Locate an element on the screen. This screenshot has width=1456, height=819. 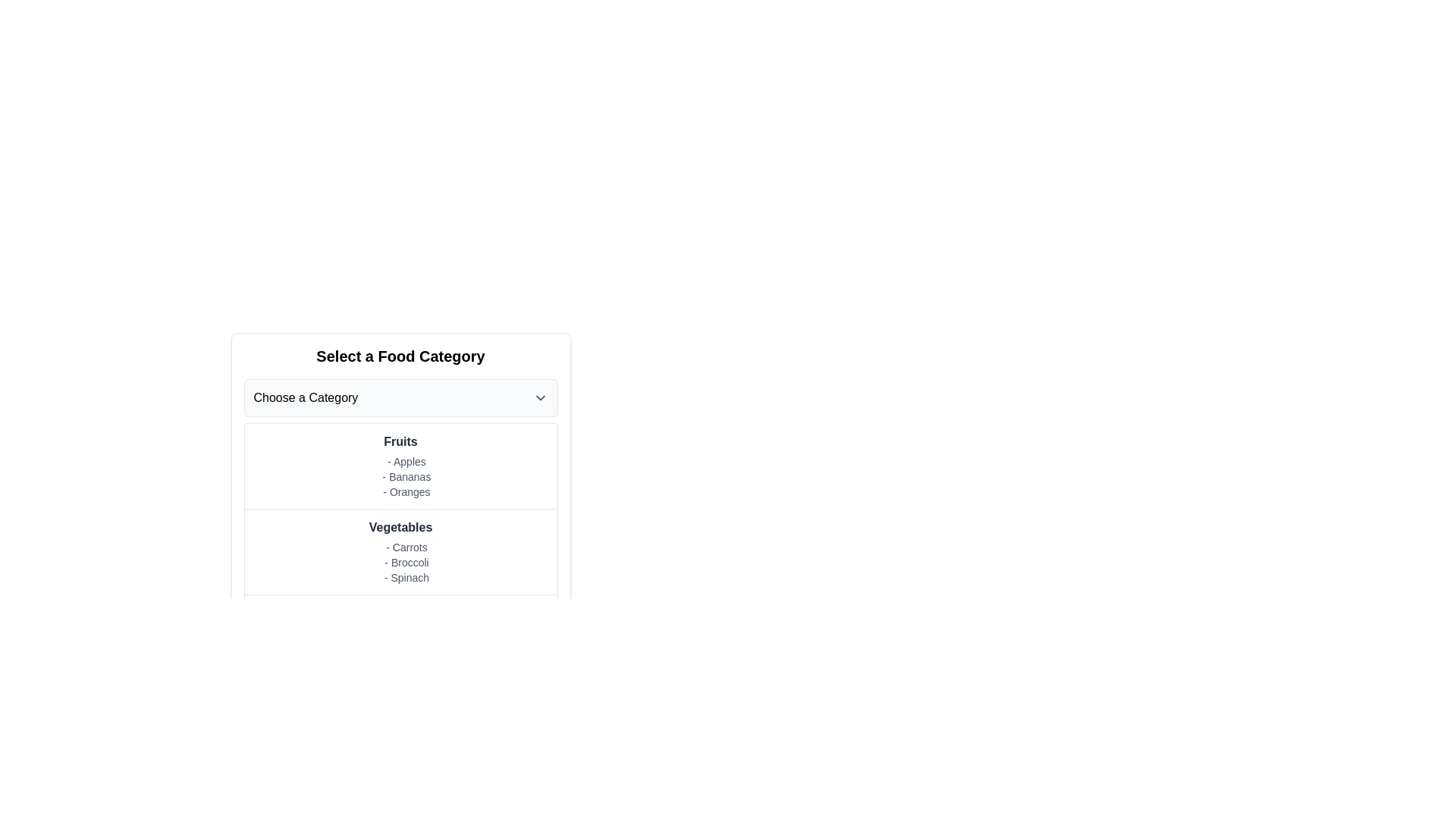
the text label that serves as a header for the fruit category, positioned centrally under 'Select a Food Category' is located at coordinates (400, 441).